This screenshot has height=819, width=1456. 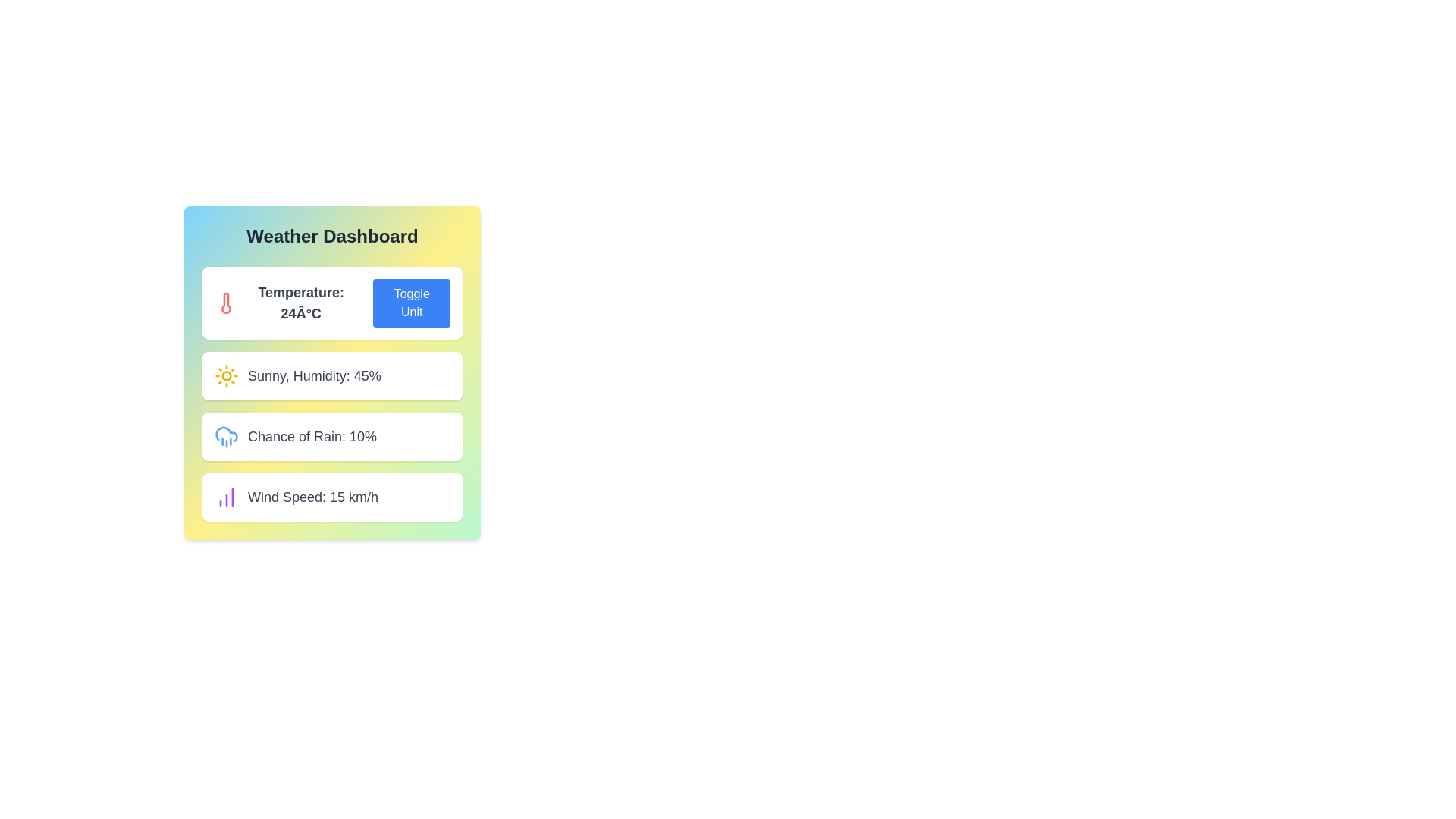 I want to click on the purple bar chart icon located before the text 'Wind Speed: 15 km/h', which is visually distinct with increasing columns and is the leftmost element in its group, so click(x=225, y=497).